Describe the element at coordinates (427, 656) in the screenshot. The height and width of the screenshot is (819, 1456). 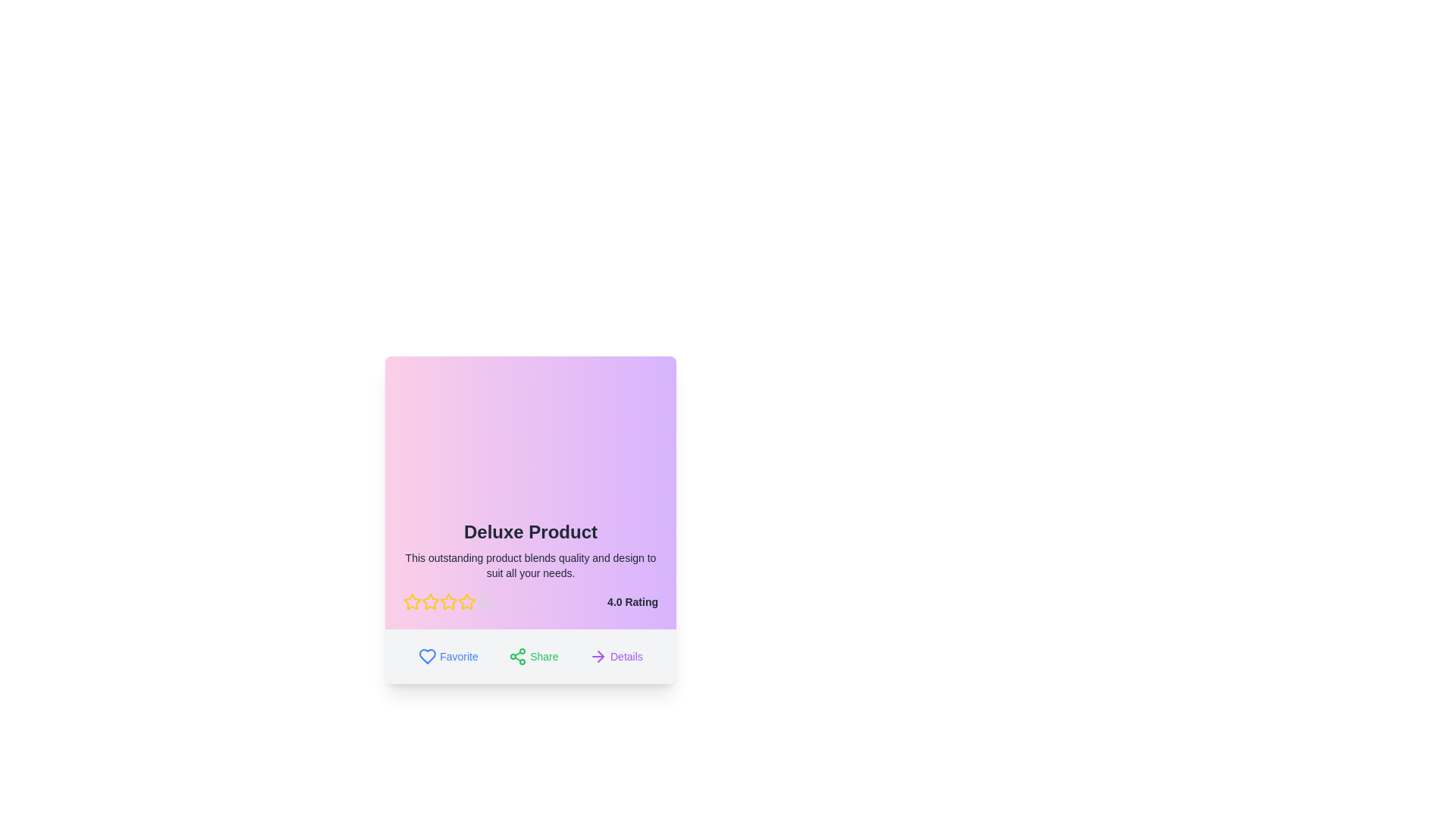
I see `the heart icon in the bottom-left corner of the 'Deluxe Product' card to mark or unmark it as a favorite` at that location.